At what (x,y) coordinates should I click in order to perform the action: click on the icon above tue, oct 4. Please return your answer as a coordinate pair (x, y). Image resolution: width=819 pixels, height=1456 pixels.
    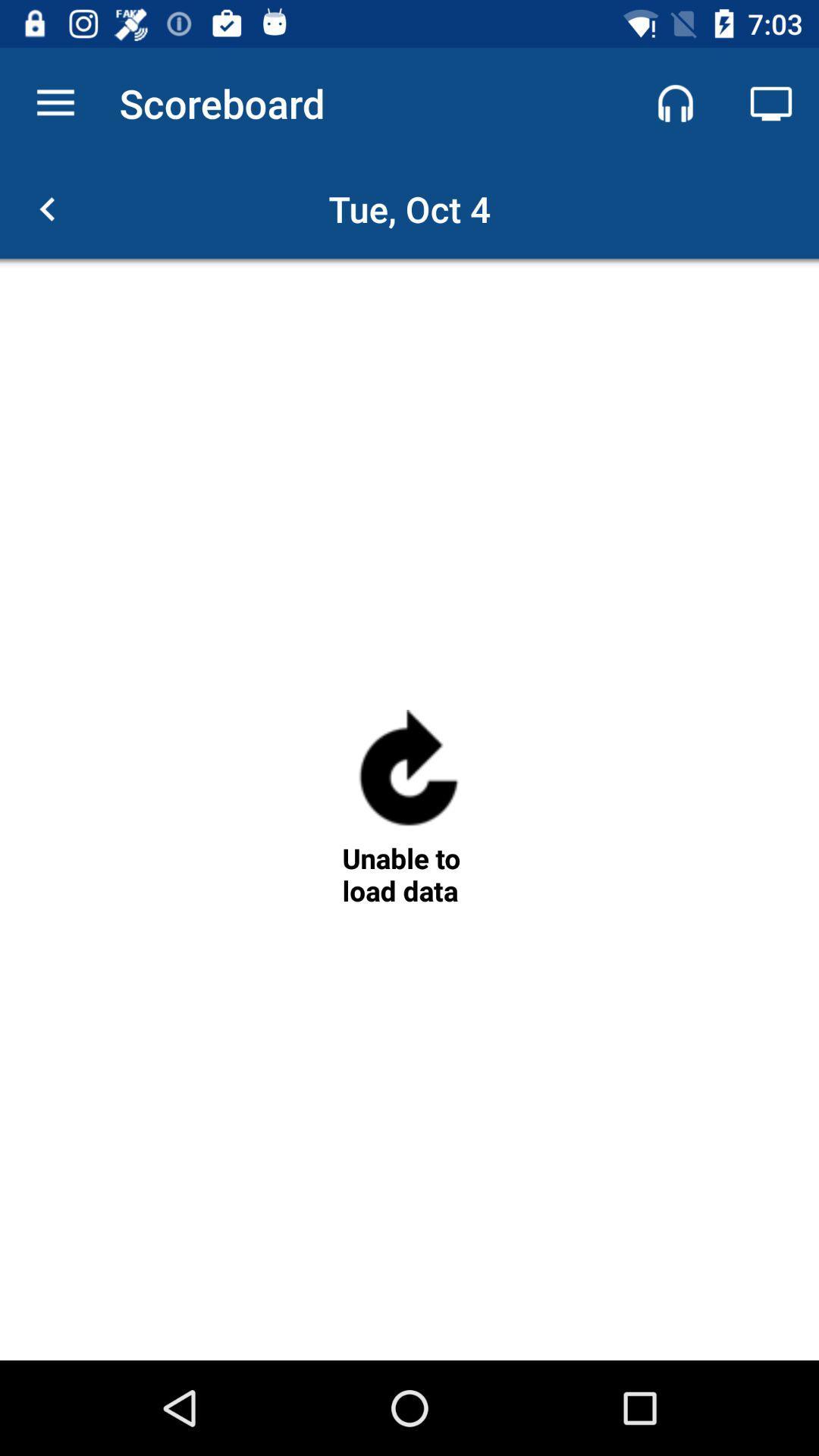
    Looking at the image, I should click on (675, 102).